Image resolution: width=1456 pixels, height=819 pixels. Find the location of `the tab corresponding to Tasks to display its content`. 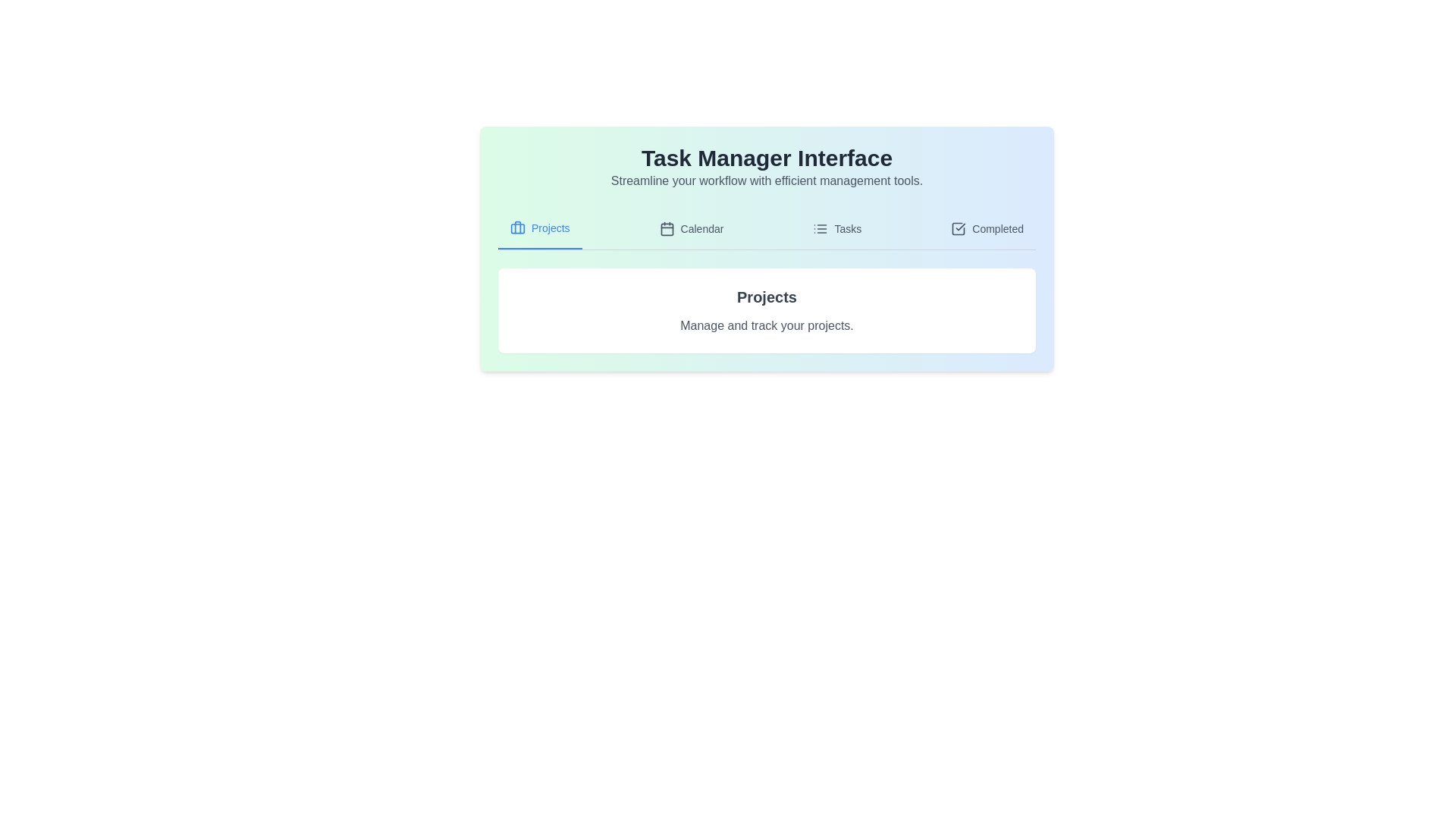

the tab corresponding to Tasks to display its content is located at coordinates (836, 228).